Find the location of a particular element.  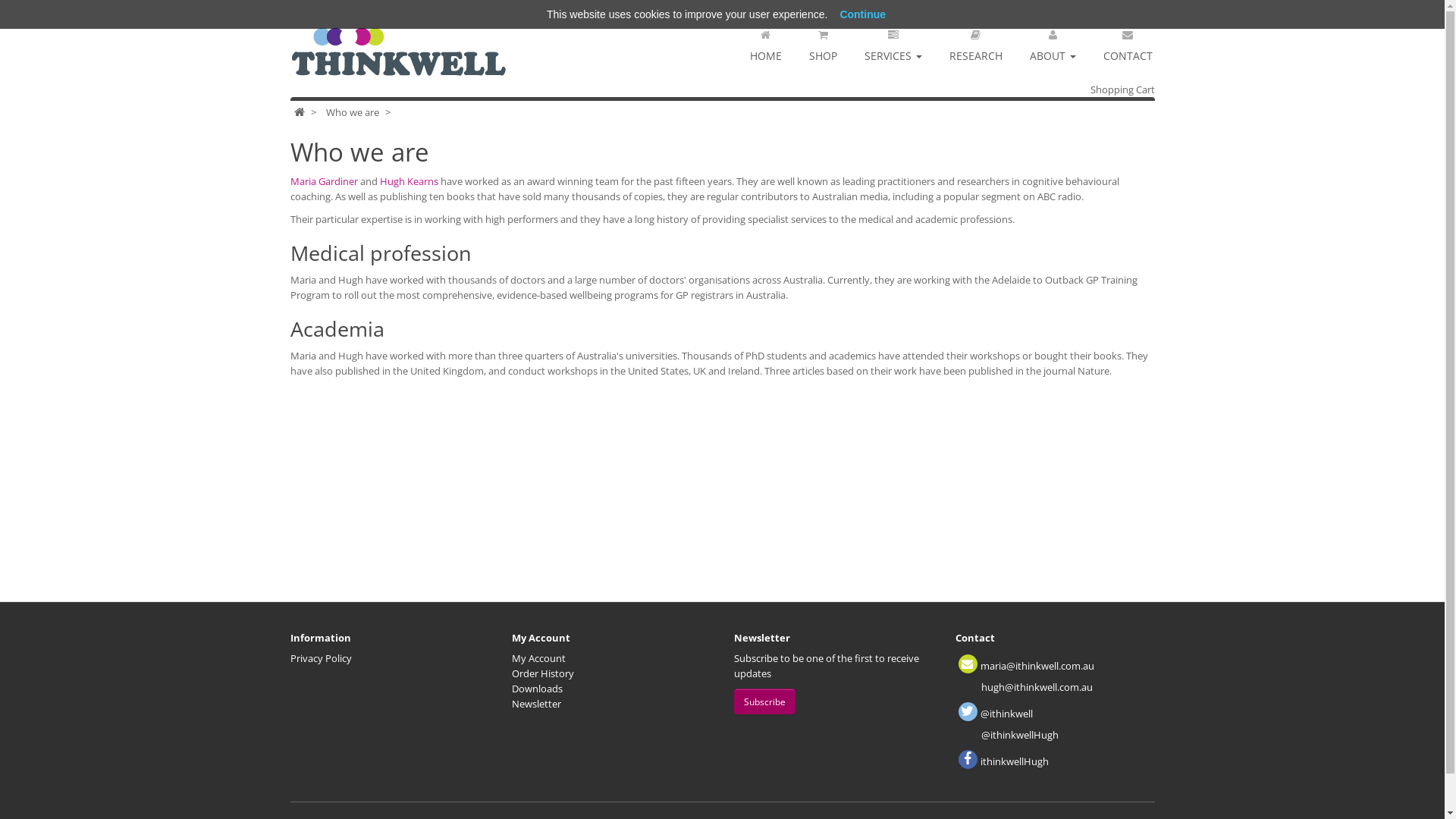

'ABOUT' is located at coordinates (1052, 40).